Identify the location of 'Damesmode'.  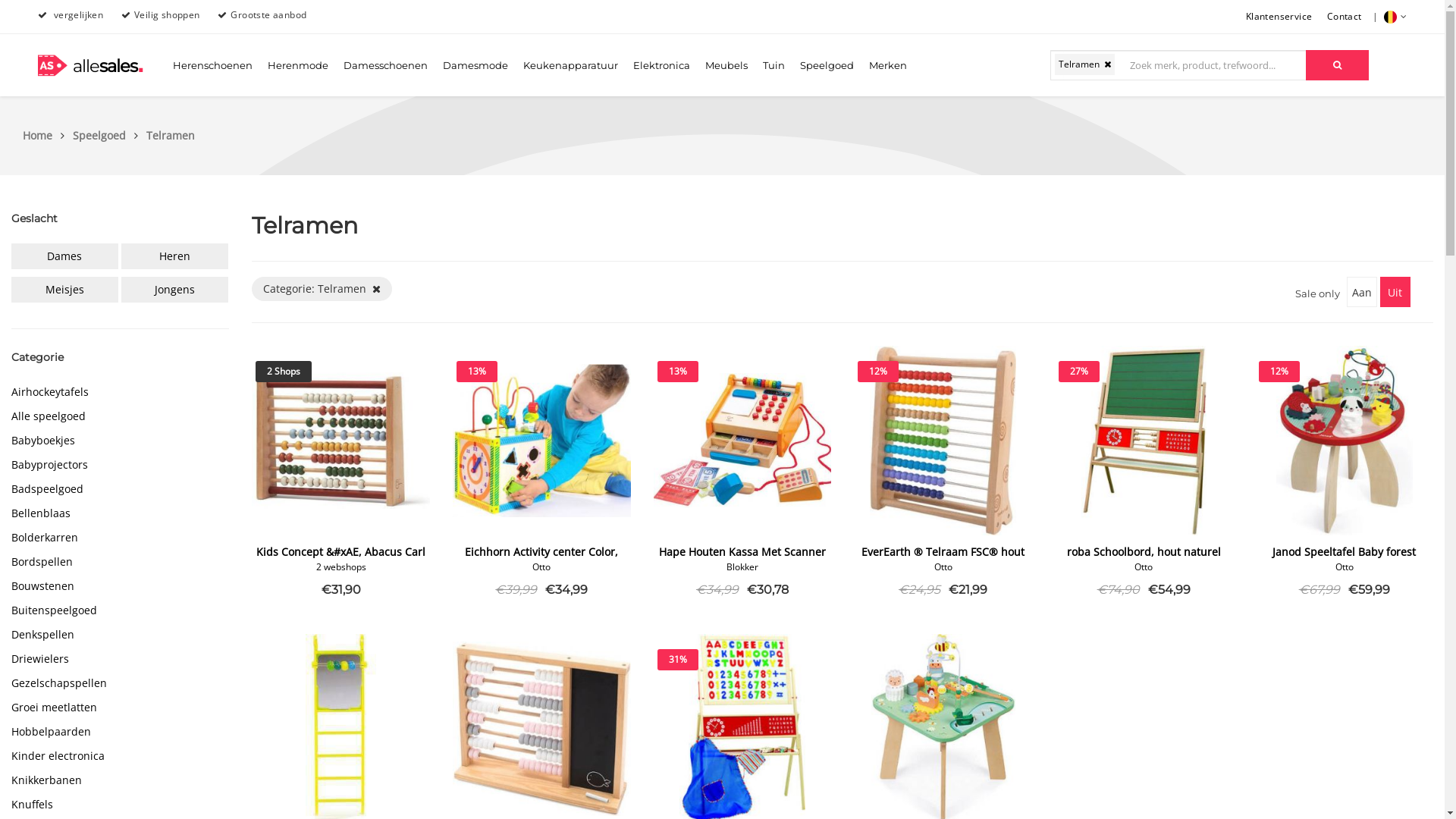
(435, 64).